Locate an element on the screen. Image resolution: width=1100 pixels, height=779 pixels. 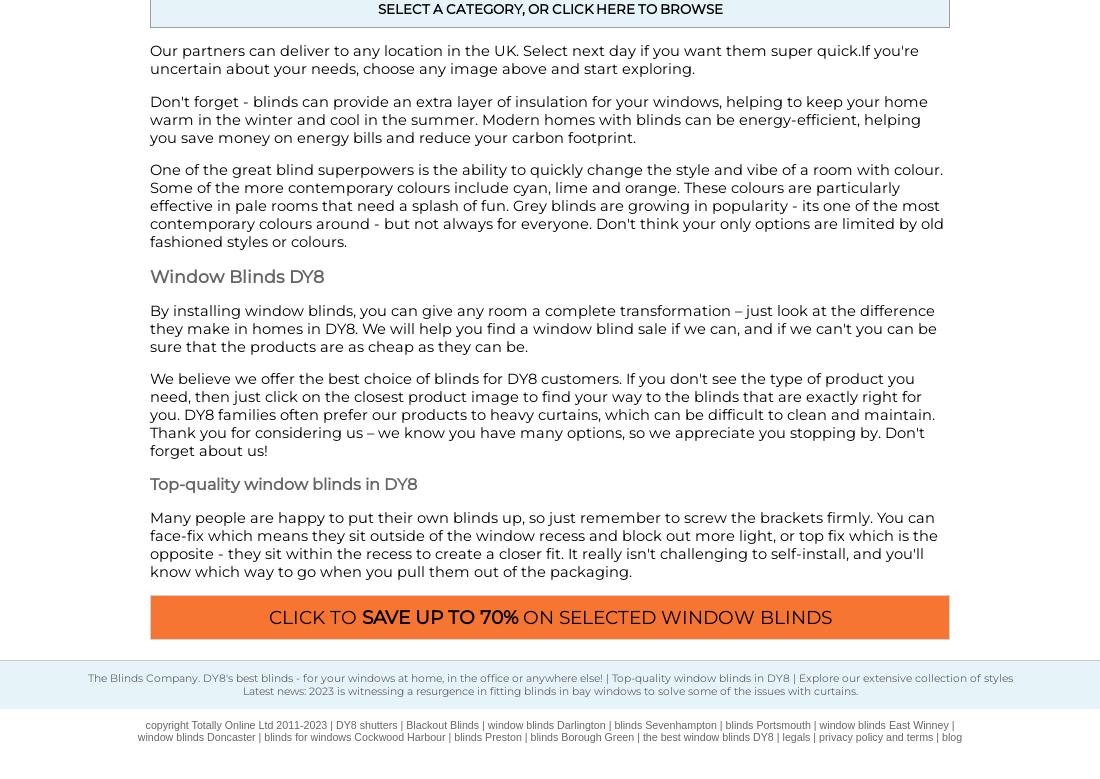
'blinds for windows Cockwood Harbour' is located at coordinates (354, 736).